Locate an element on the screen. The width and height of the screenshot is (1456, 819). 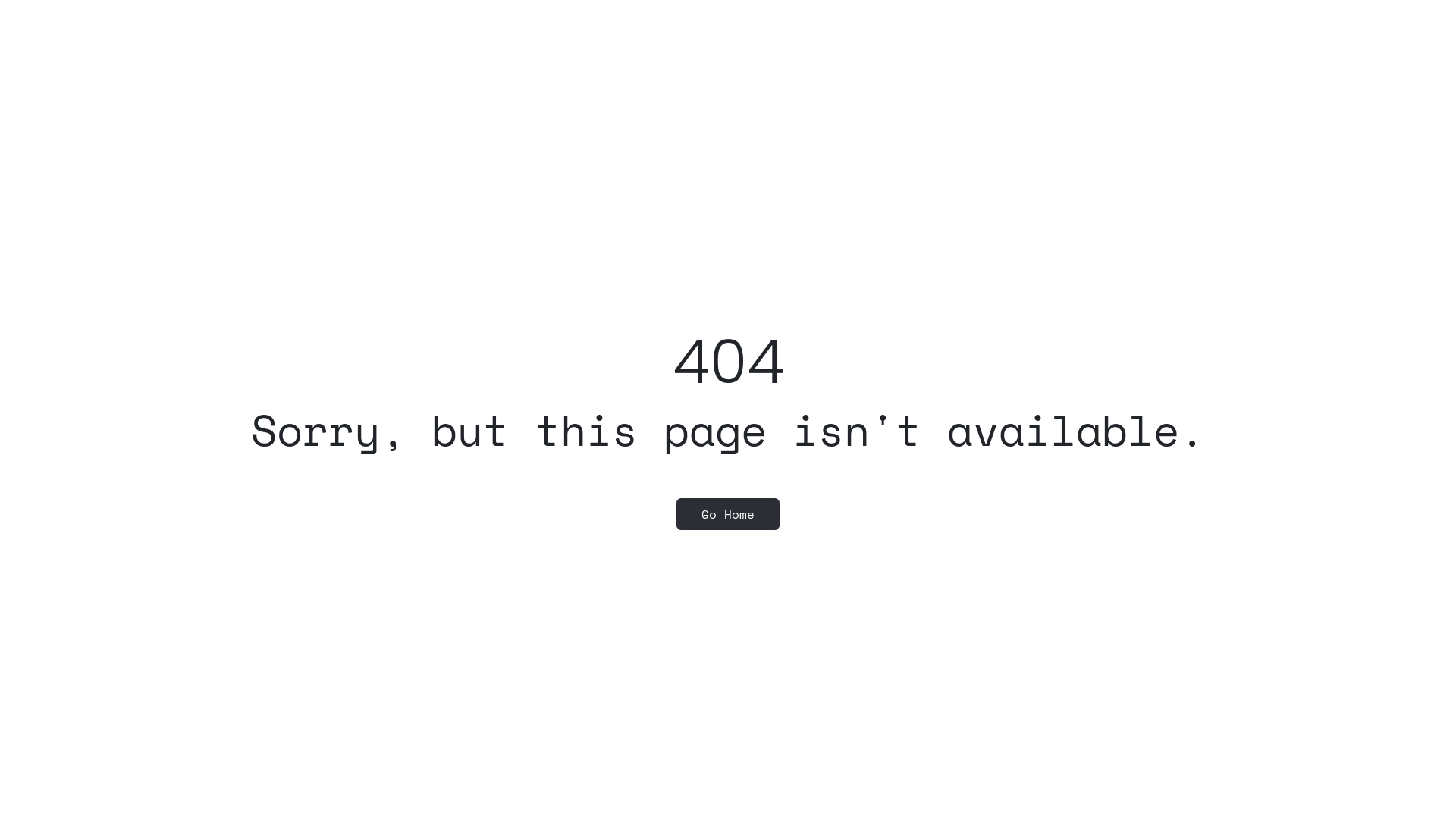
'Go Home' is located at coordinates (728, 513).